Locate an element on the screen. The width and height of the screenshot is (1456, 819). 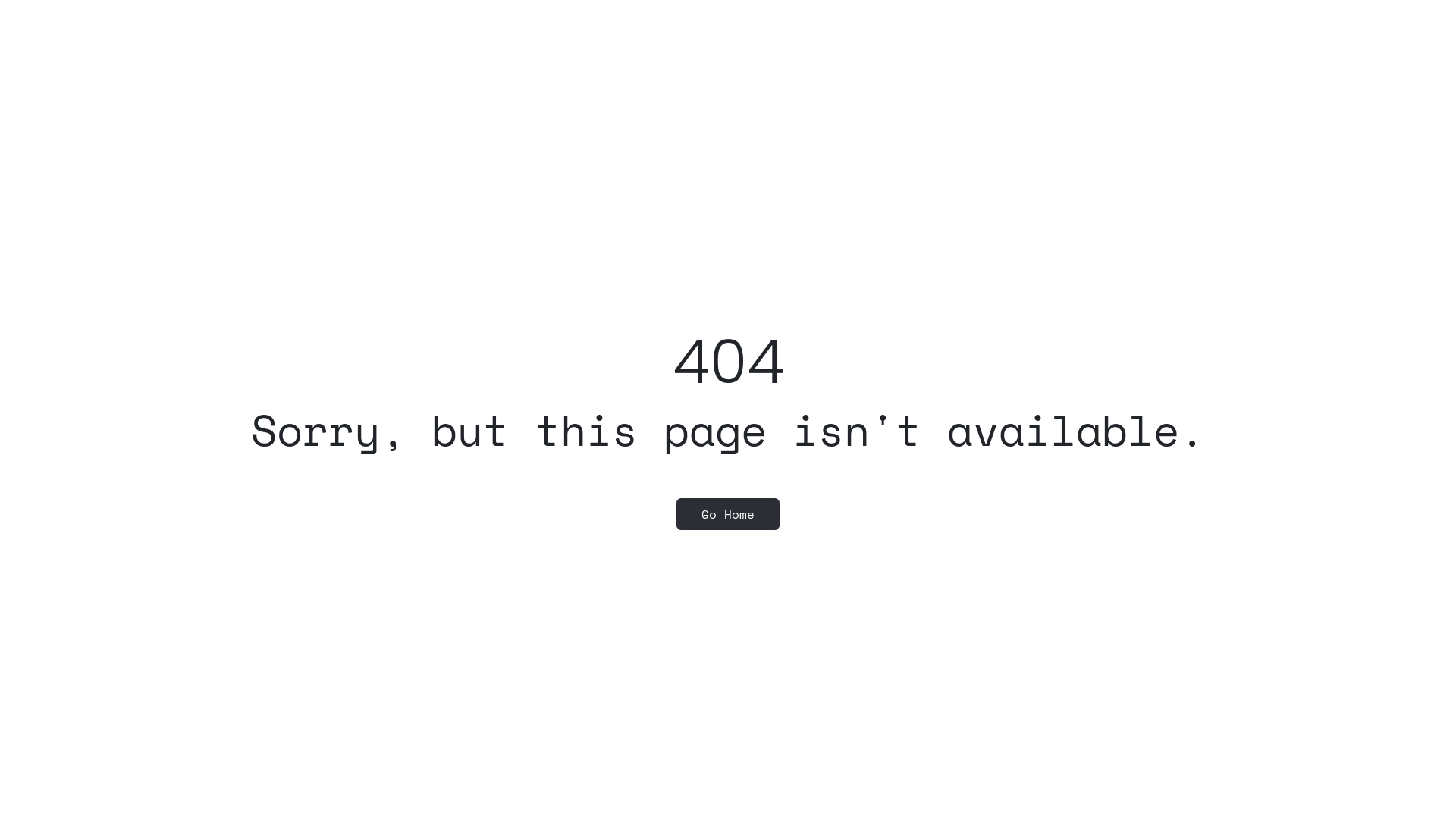
'Go Home' is located at coordinates (728, 513).